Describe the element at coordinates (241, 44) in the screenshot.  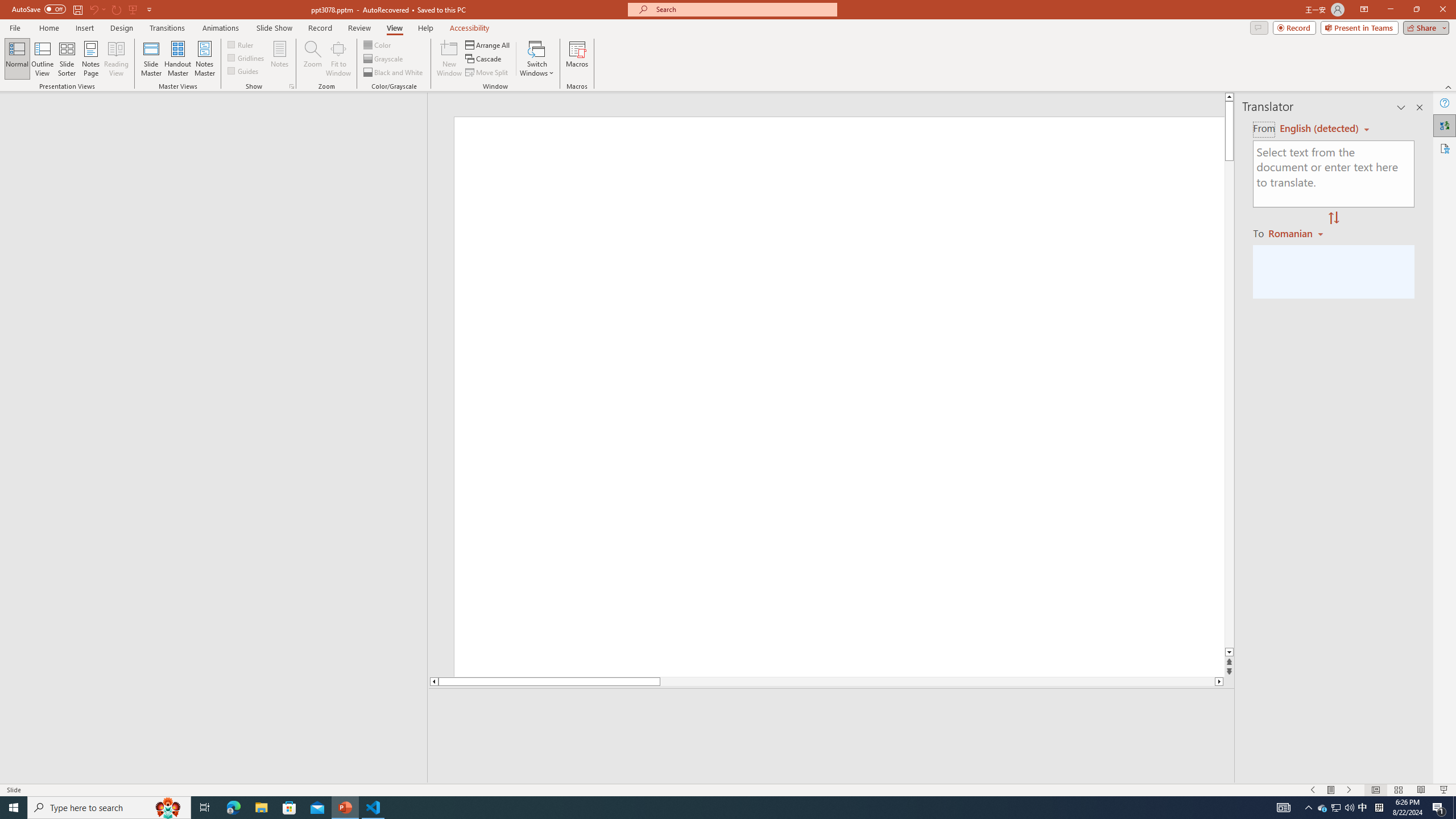
I see `'Ruler'` at that location.